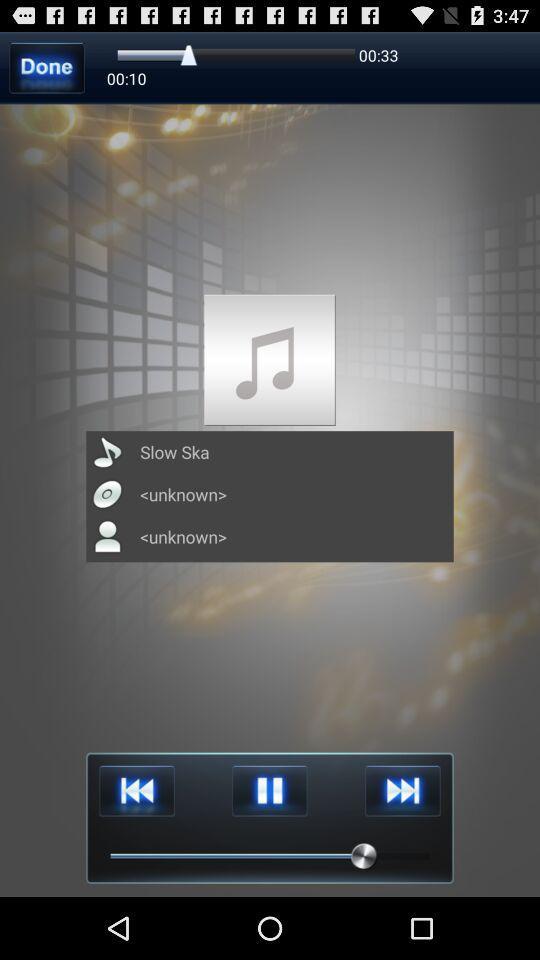  What do you see at coordinates (402, 791) in the screenshot?
I see `next song` at bounding box center [402, 791].